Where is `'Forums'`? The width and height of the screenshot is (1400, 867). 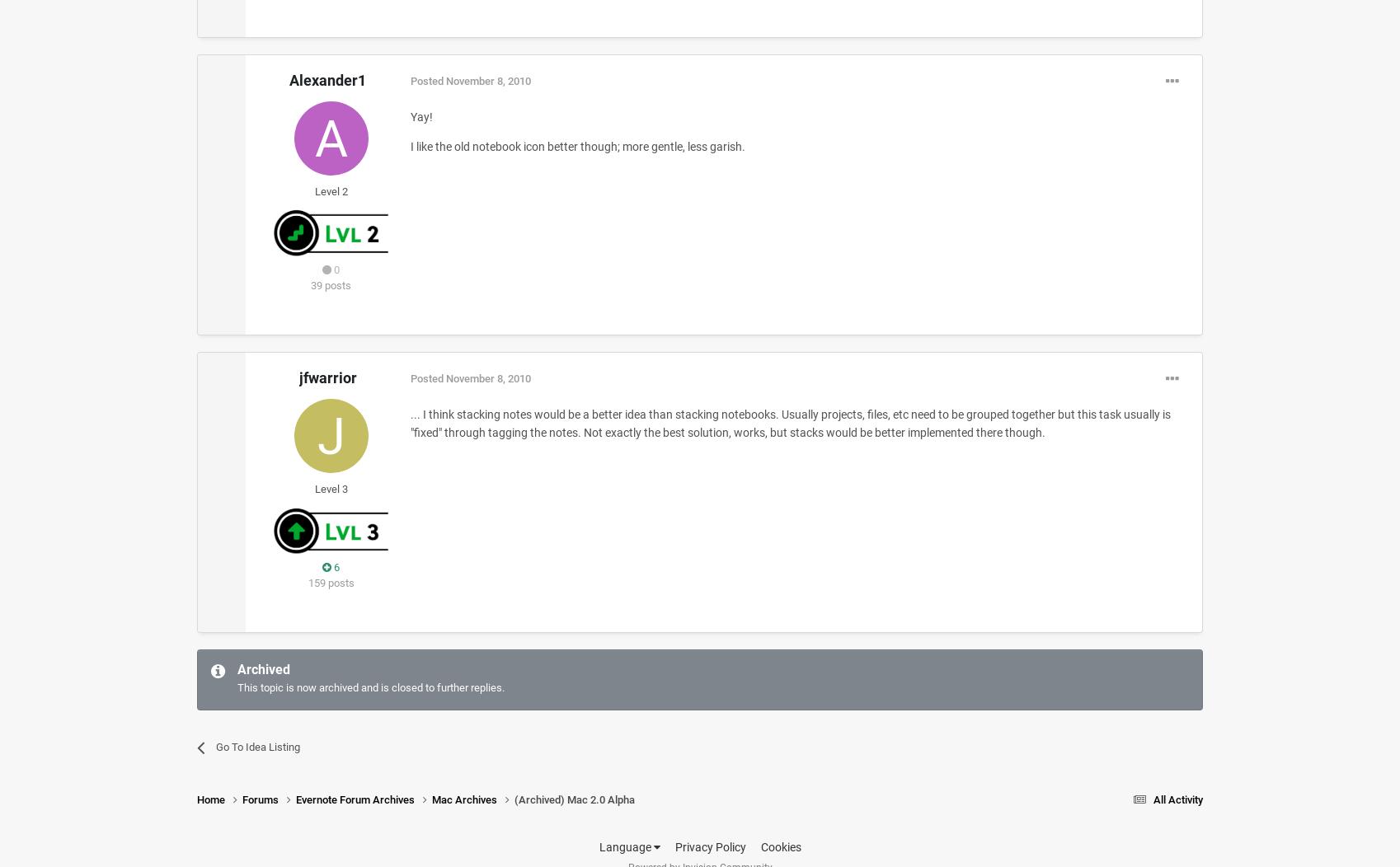
'Forums' is located at coordinates (261, 799).